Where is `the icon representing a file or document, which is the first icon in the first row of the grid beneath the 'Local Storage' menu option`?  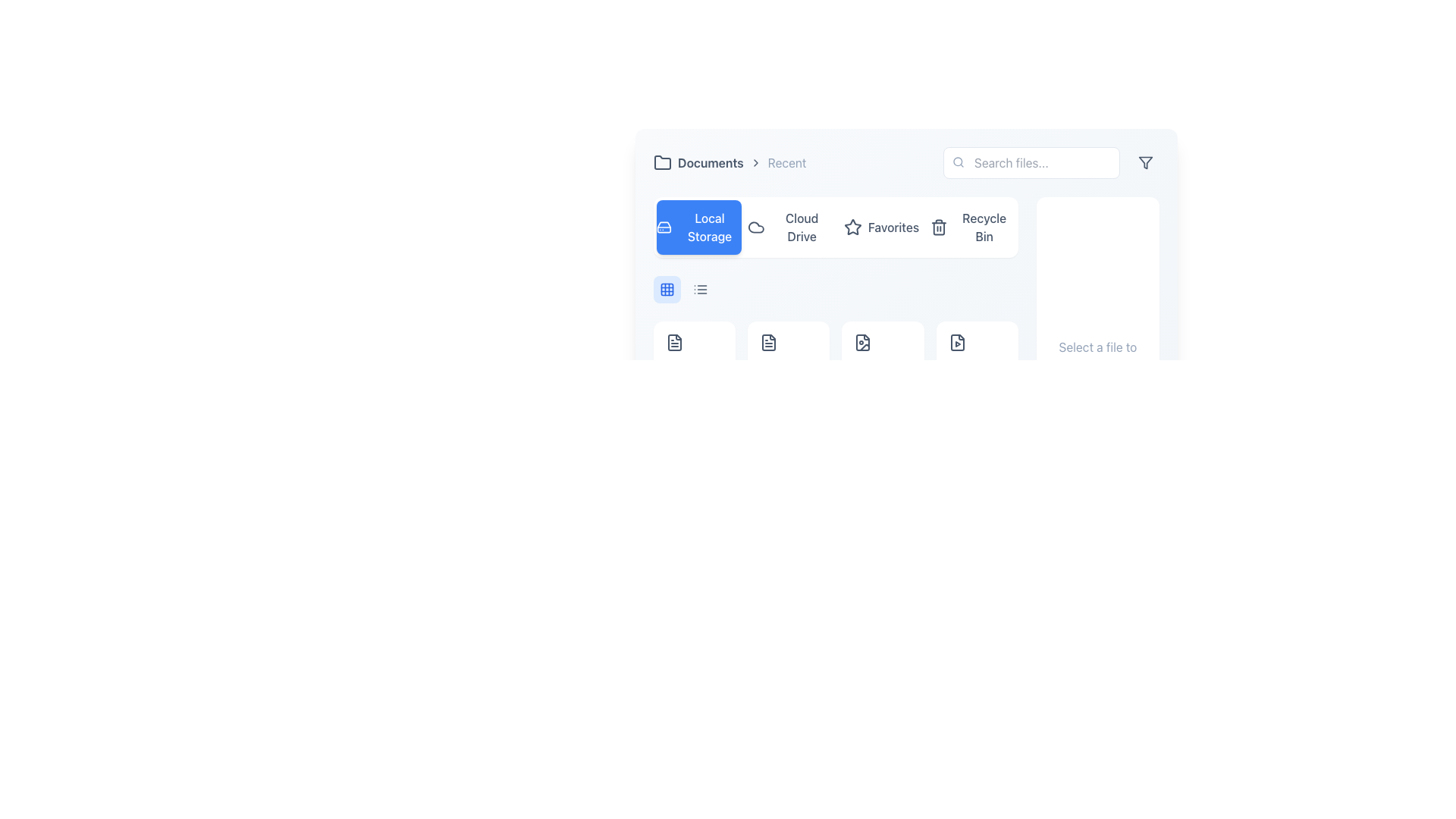 the icon representing a file or document, which is the first icon in the first row of the grid beneath the 'Local Storage' menu option is located at coordinates (673, 342).